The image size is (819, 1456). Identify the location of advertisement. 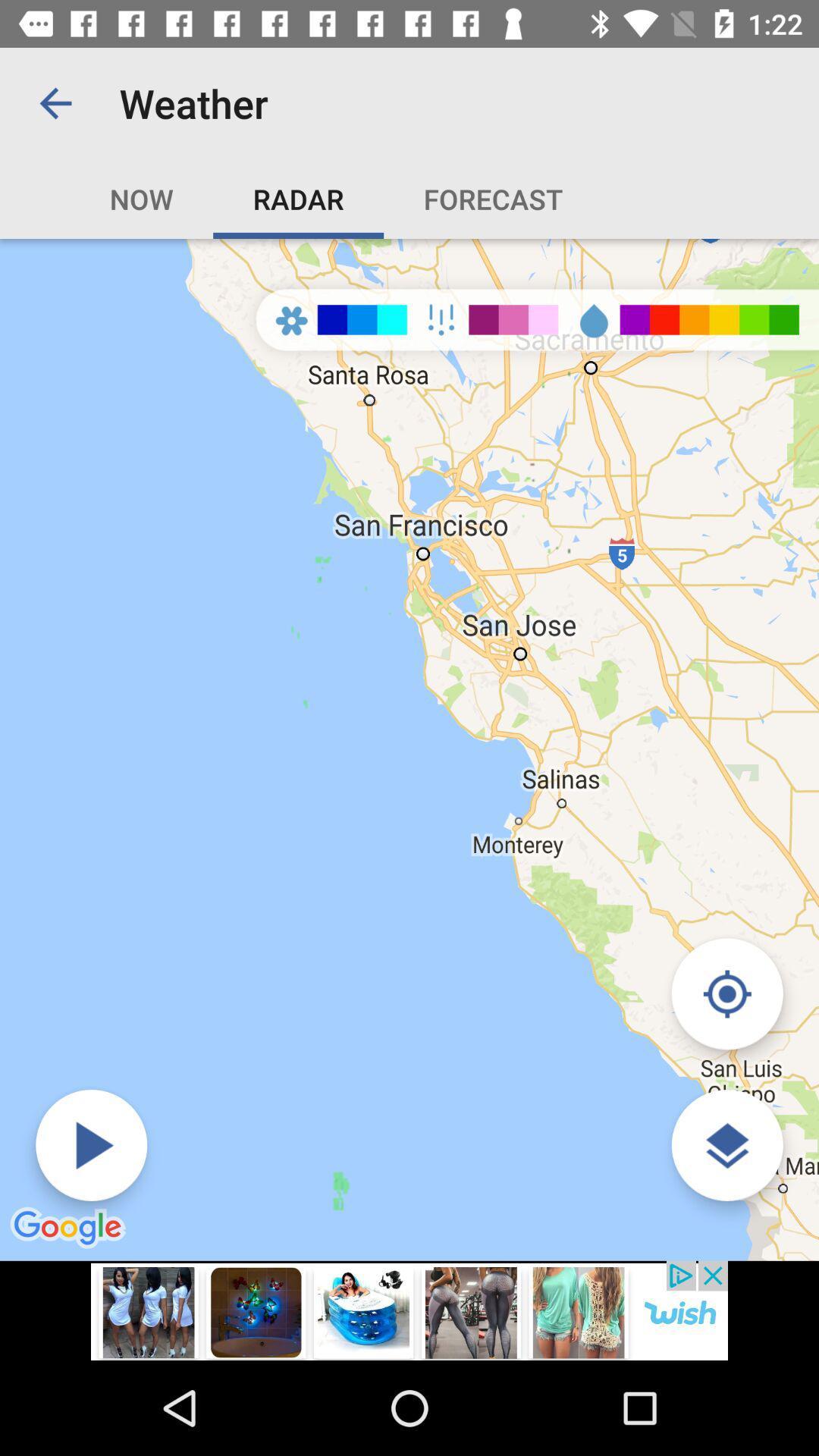
(409, 1310).